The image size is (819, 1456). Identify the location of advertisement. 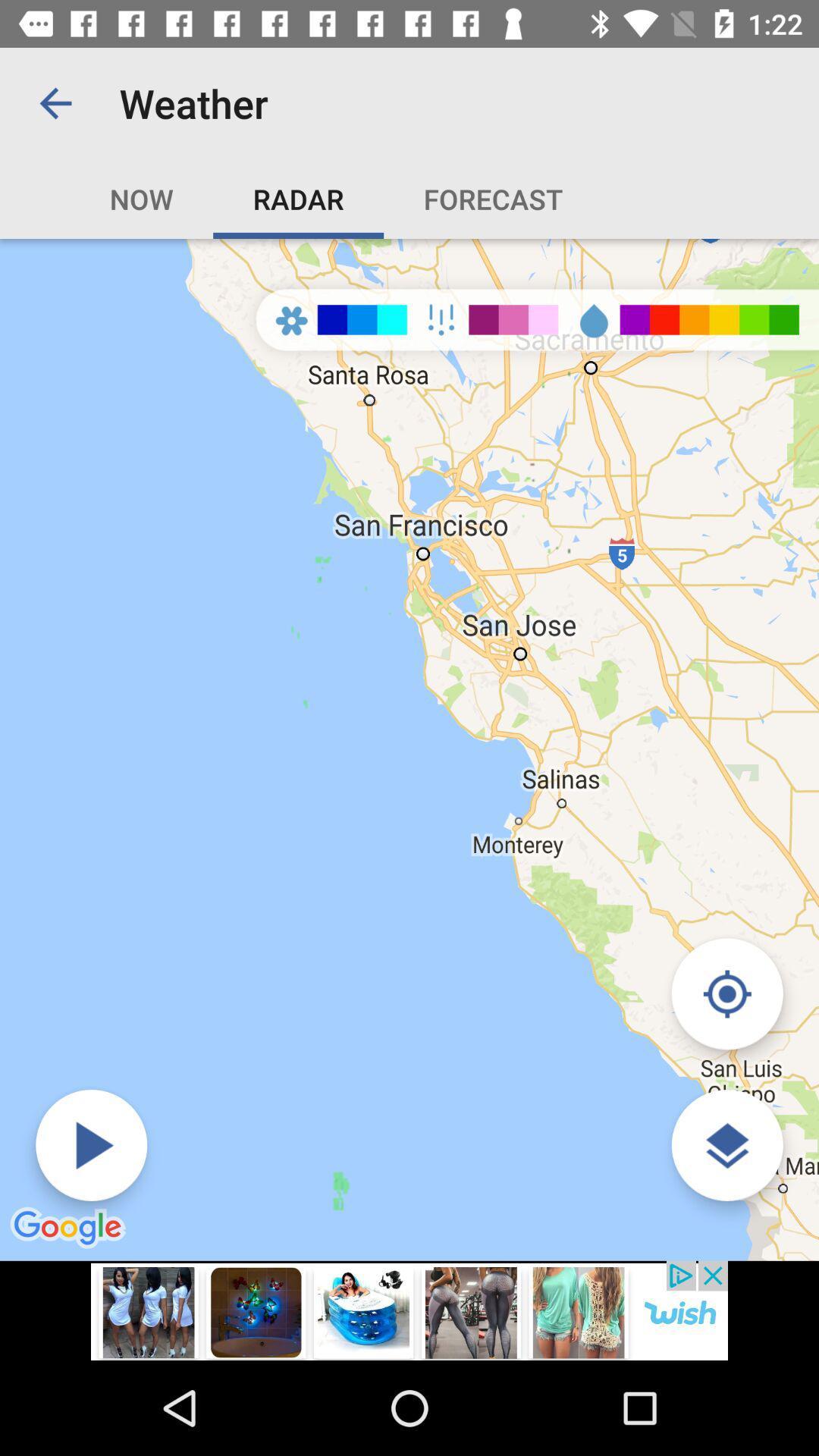
(409, 1310).